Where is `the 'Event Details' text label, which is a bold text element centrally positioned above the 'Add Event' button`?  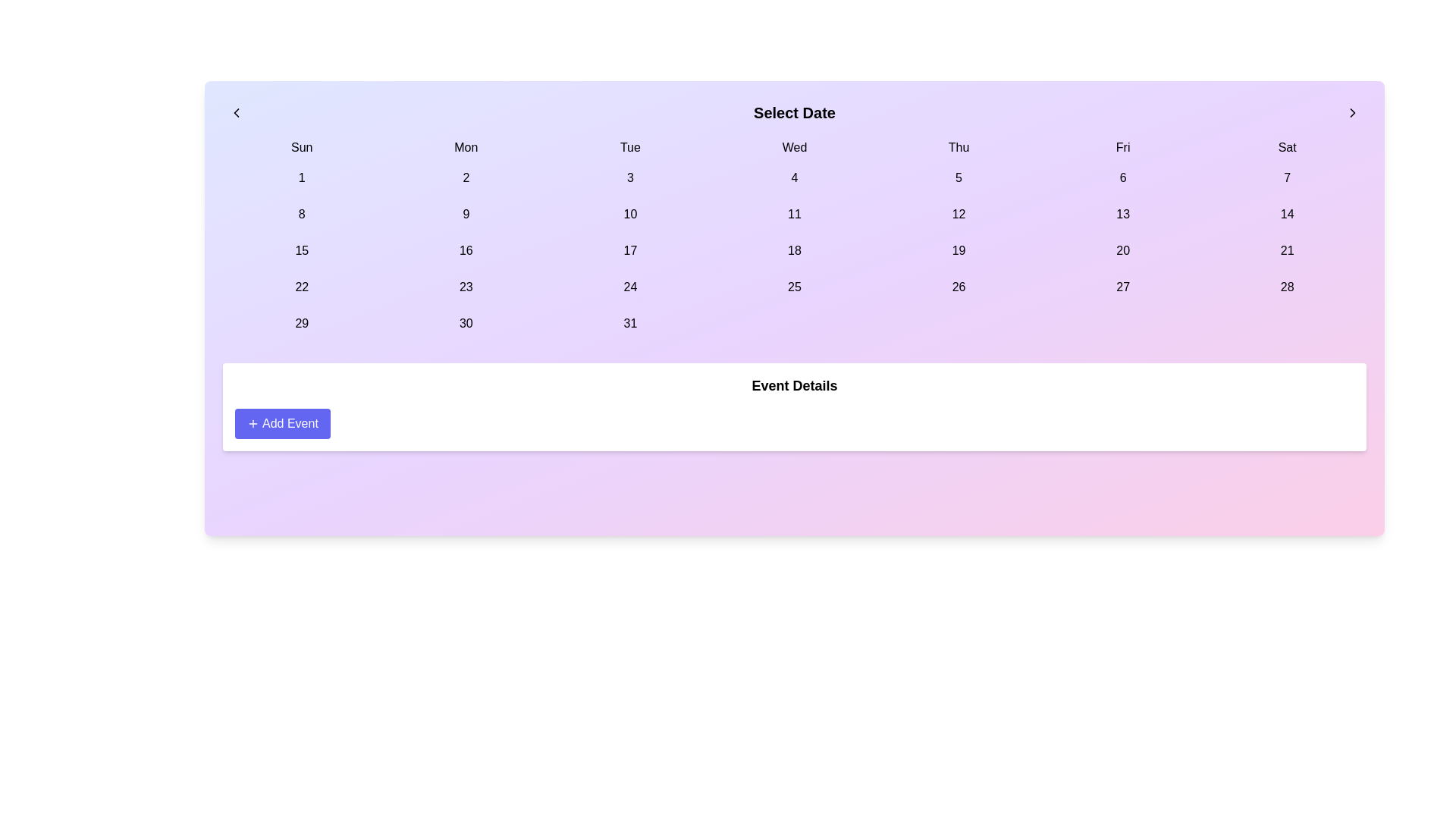 the 'Event Details' text label, which is a bold text element centrally positioned above the 'Add Event' button is located at coordinates (793, 385).